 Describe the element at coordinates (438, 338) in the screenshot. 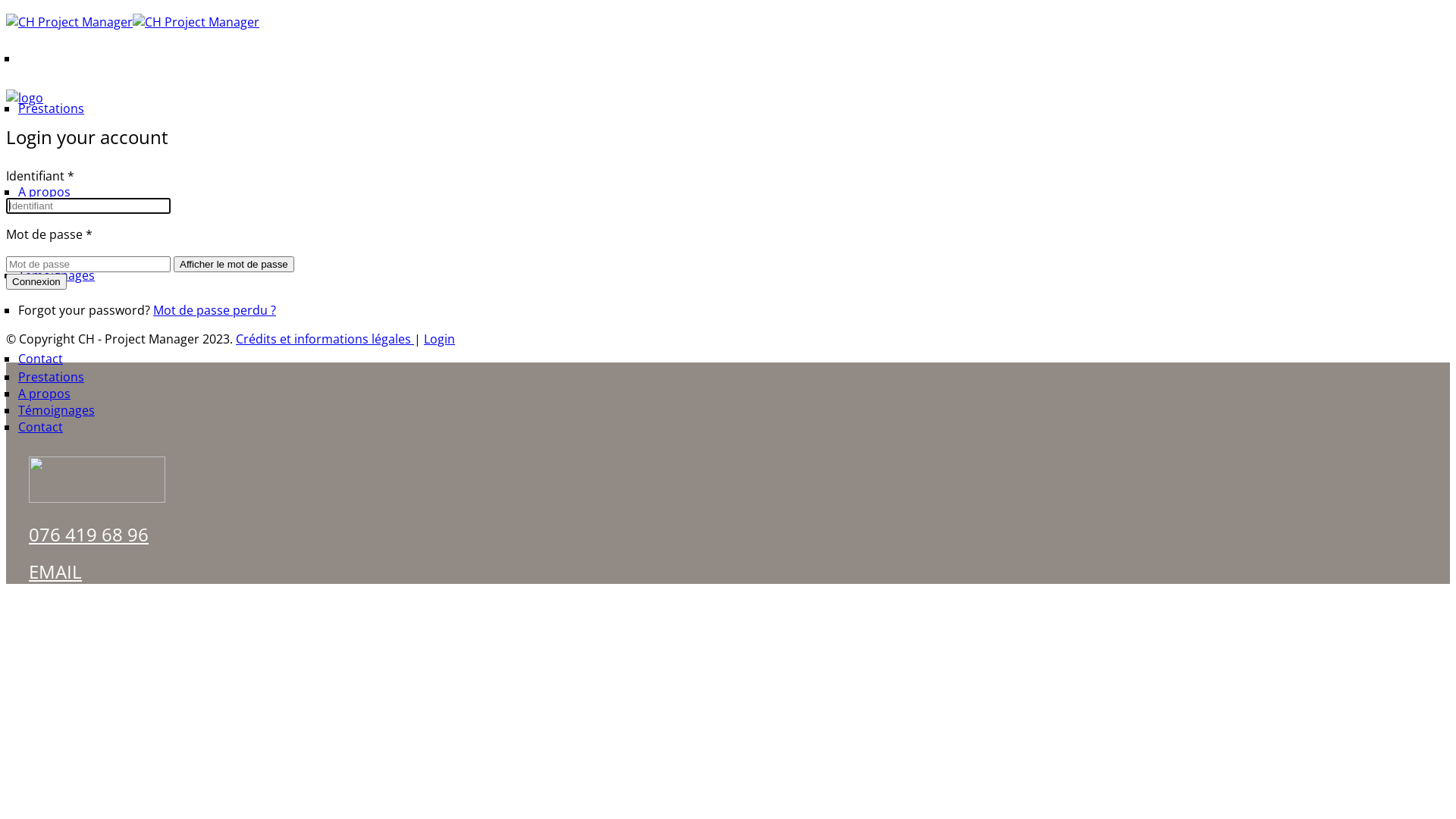

I see `'Login'` at that location.